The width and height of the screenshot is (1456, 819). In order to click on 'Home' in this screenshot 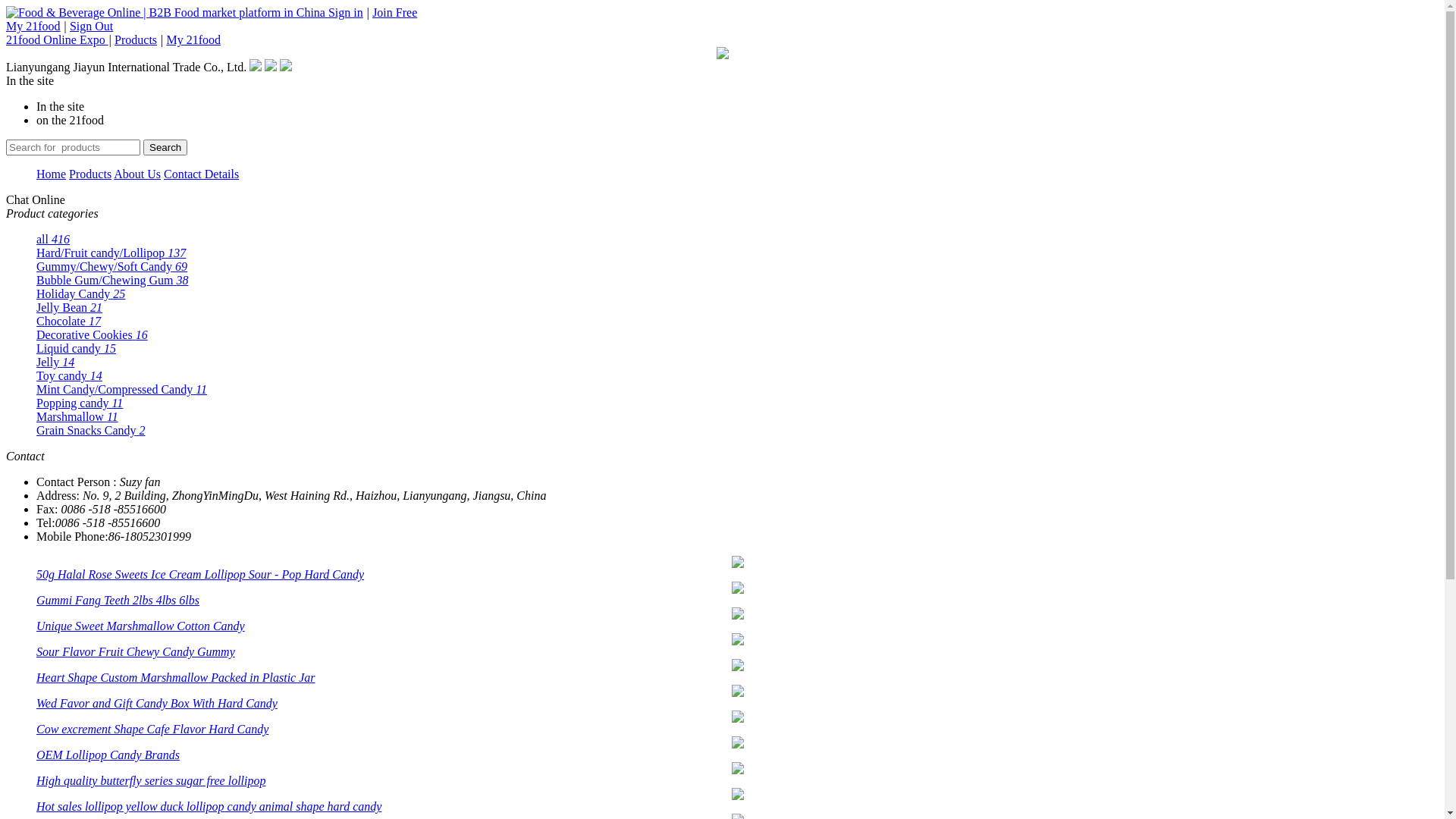, I will do `click(51, 173)`.